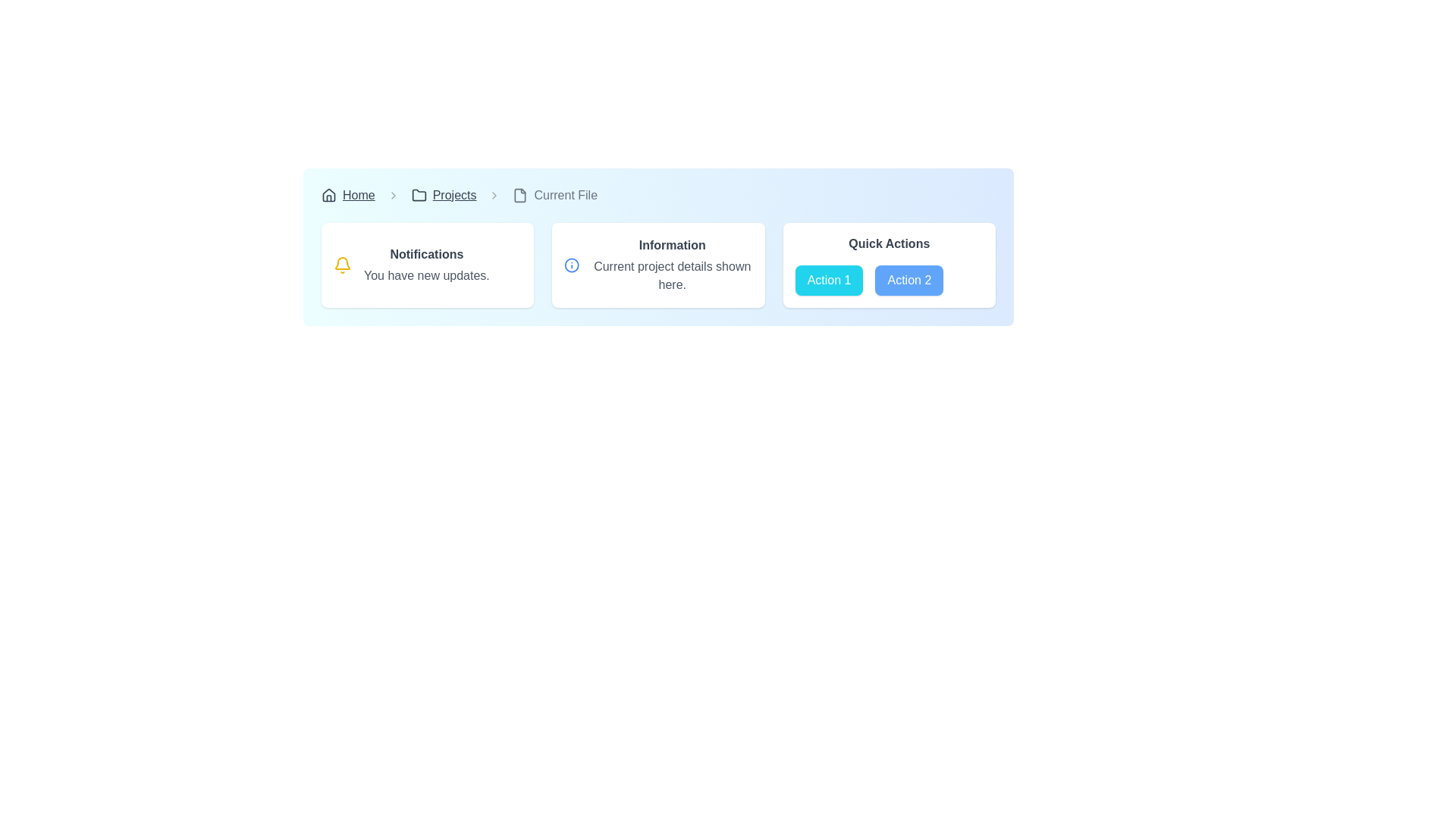 The width and height of the screenshot is (1456, 819). Describe the element at coordinates (520, 195) in the screenshot. I see `the file icon in the breadcrumb navigation` at that location.